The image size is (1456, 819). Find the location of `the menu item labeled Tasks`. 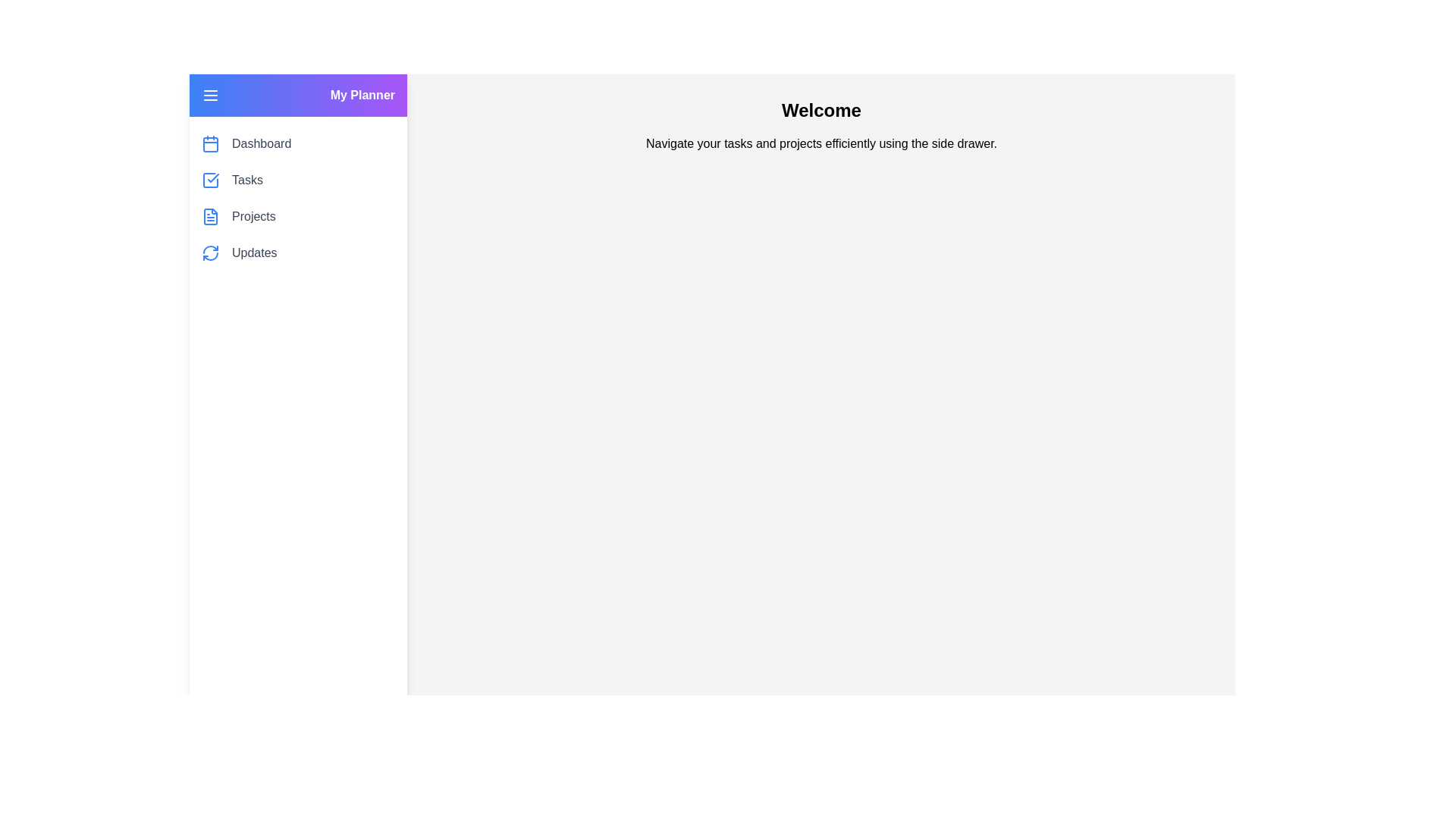

the menu item labeled Tasks is located at coordinates (247, 180).